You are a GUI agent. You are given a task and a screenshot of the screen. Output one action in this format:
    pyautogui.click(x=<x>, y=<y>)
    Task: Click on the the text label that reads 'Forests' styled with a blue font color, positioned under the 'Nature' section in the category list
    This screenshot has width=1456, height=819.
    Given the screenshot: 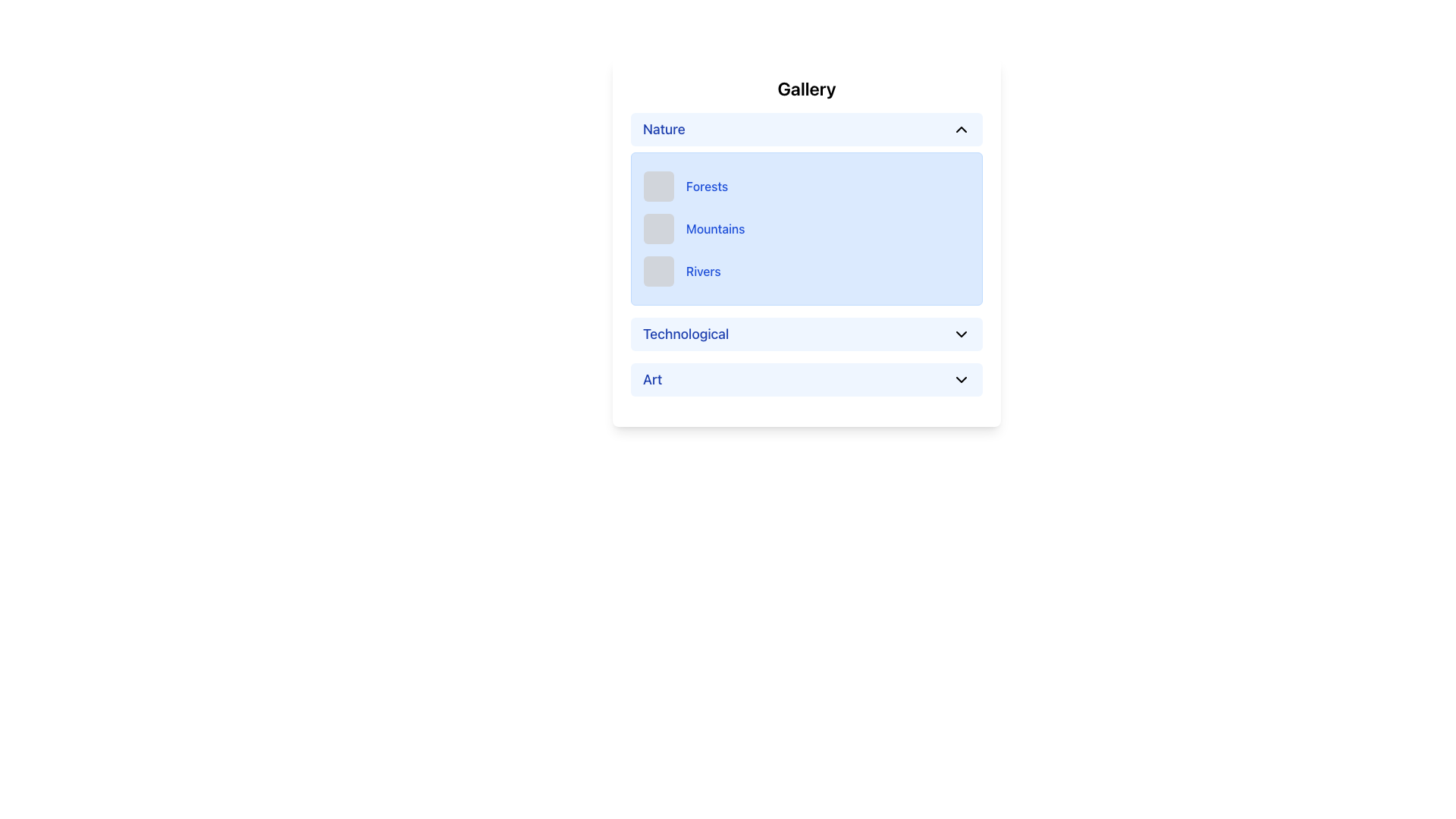 What is the action you would take?
    pyautogui.click(x=706, y=186)
    